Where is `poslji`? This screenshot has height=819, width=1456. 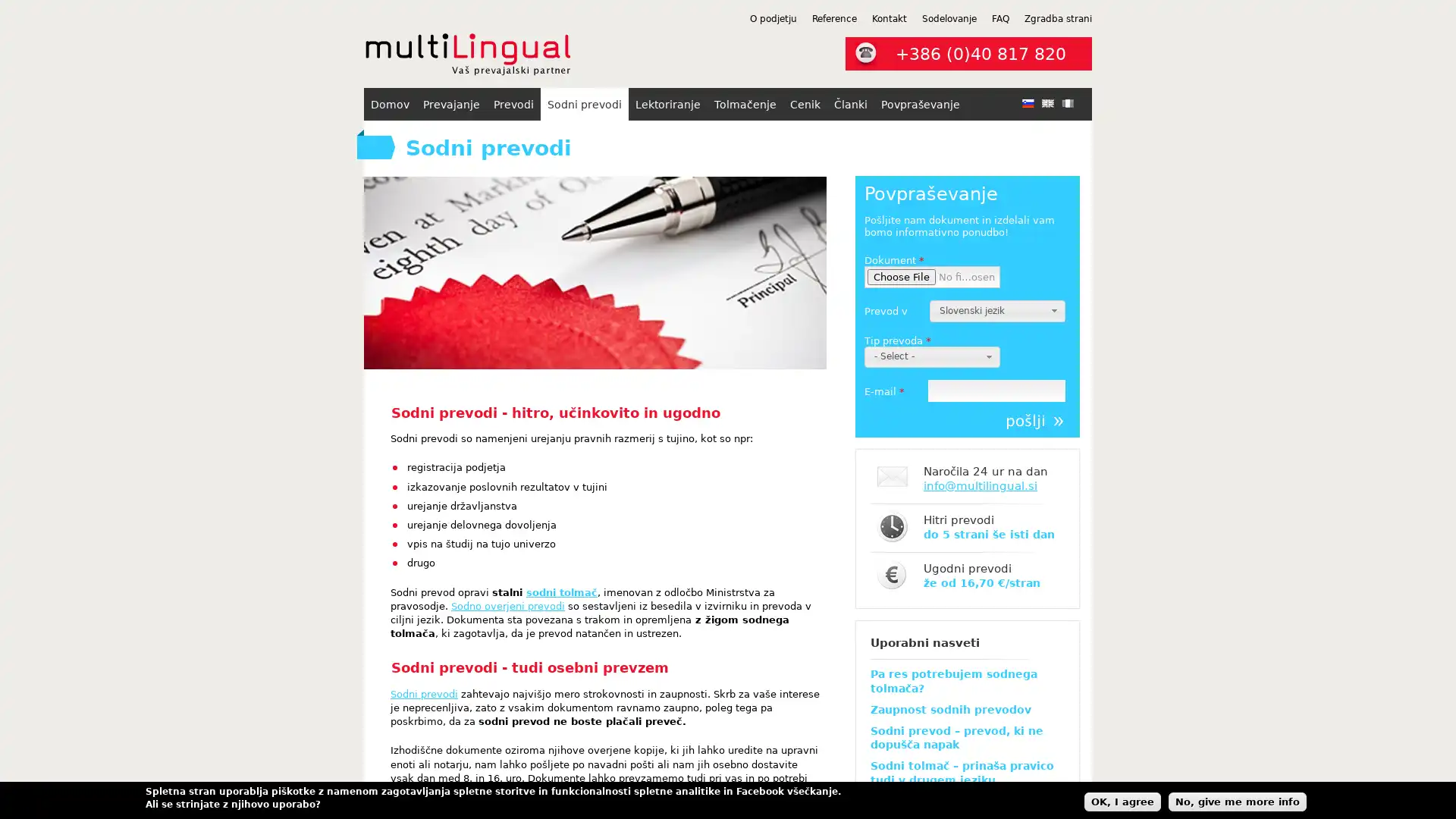 poslji is located at coordinates (1034, 421).